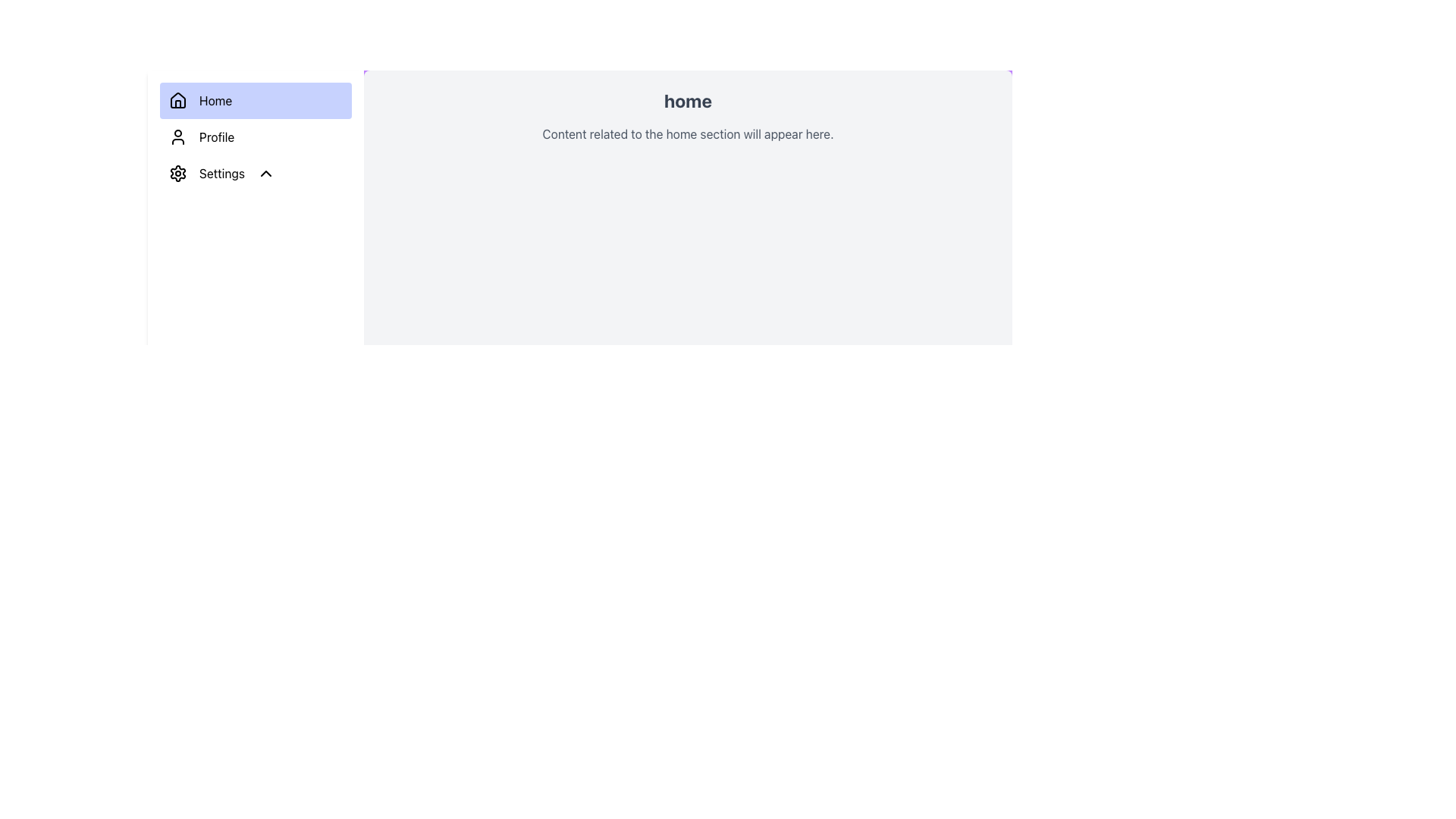 The width and height of the screenshot is (1456, 819). Describe the element at coordinates (256, 100) in the screenshot. I see `the navigation button located at the top of the sidebar menu` at that location.